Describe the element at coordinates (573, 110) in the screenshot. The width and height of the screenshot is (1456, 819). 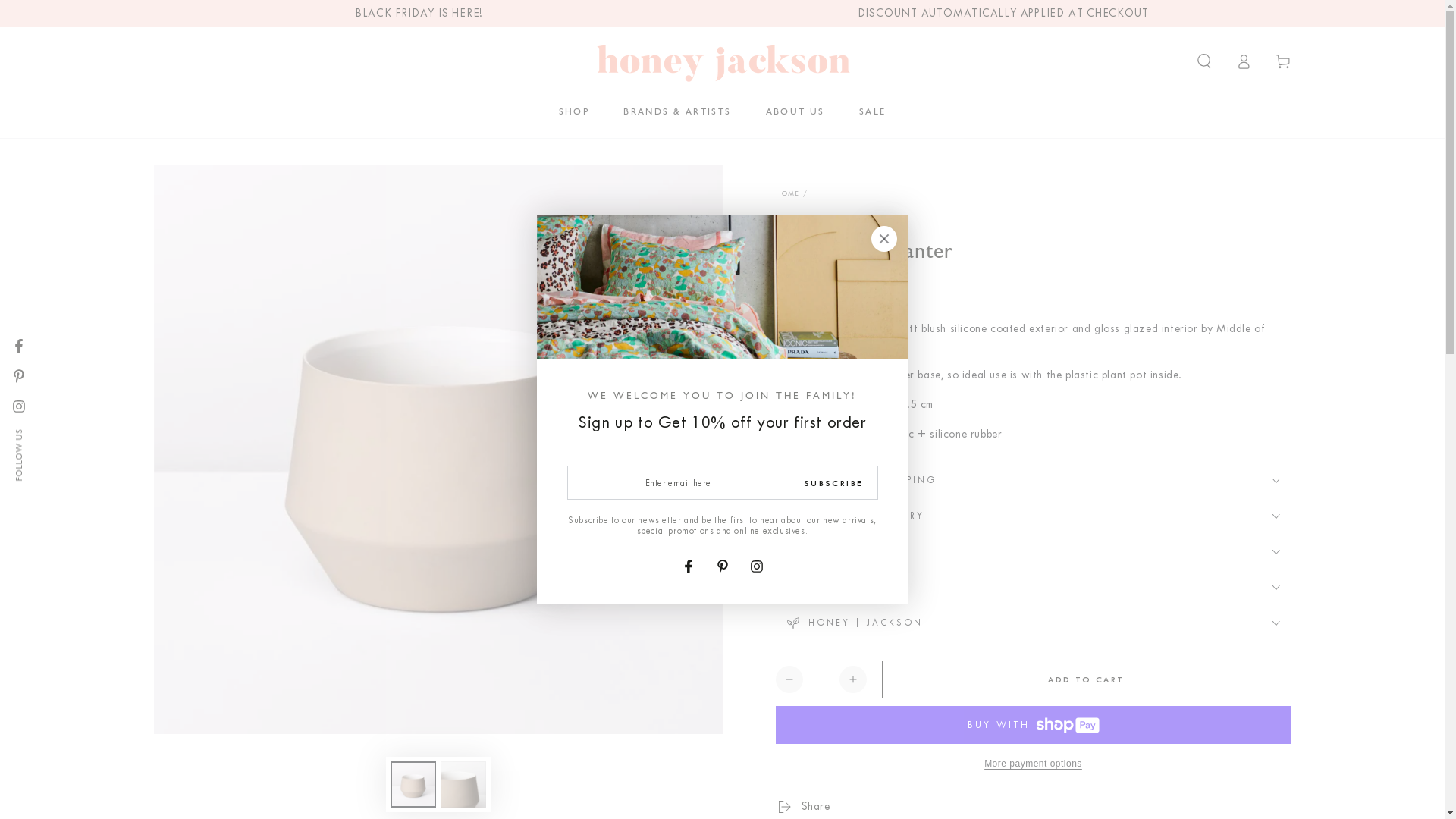
I see `'SHOP'` at that location.